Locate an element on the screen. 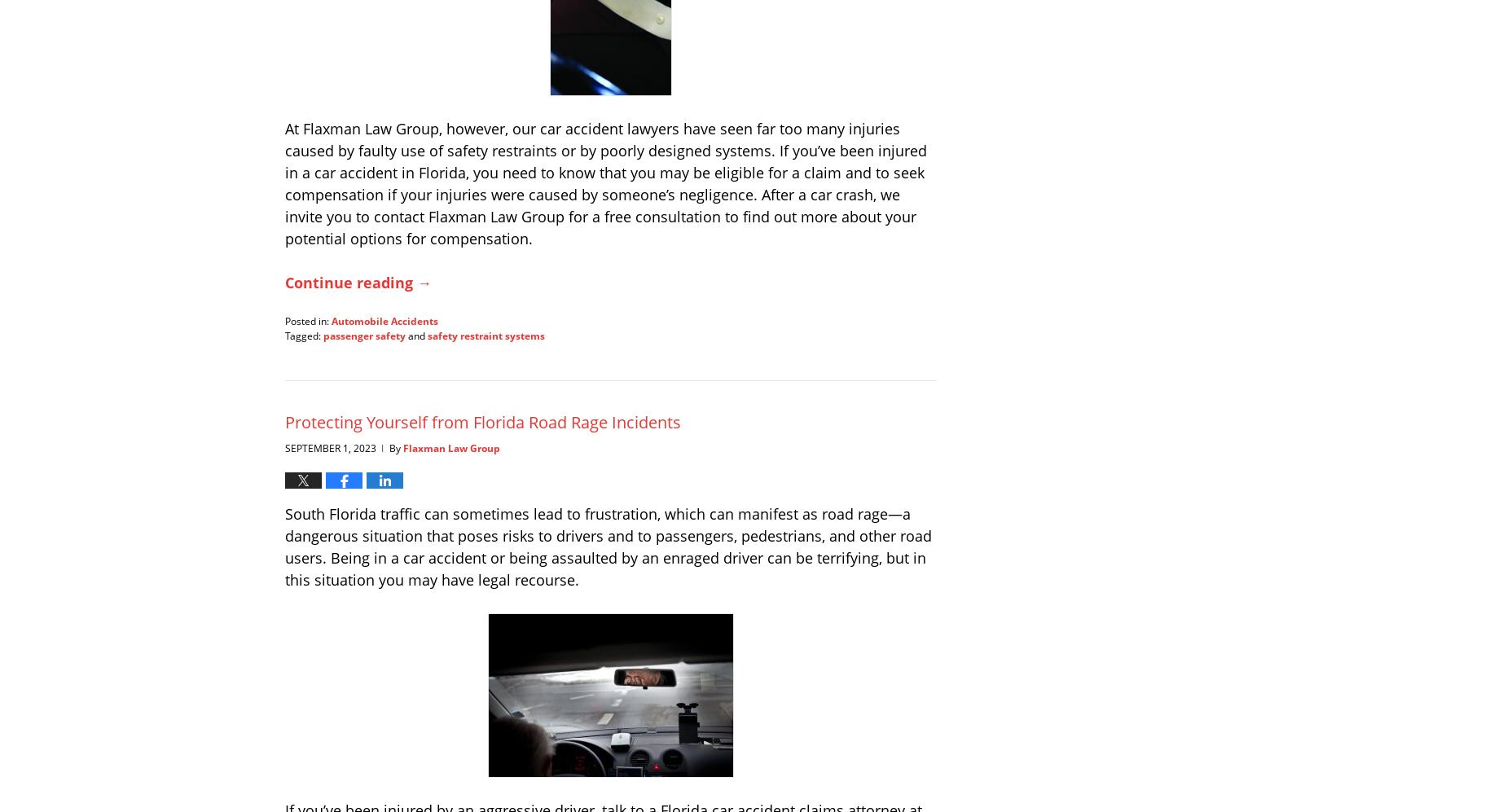 The image size is (1507, 812). 'Posted in:' is located at coordinates (306, 320).